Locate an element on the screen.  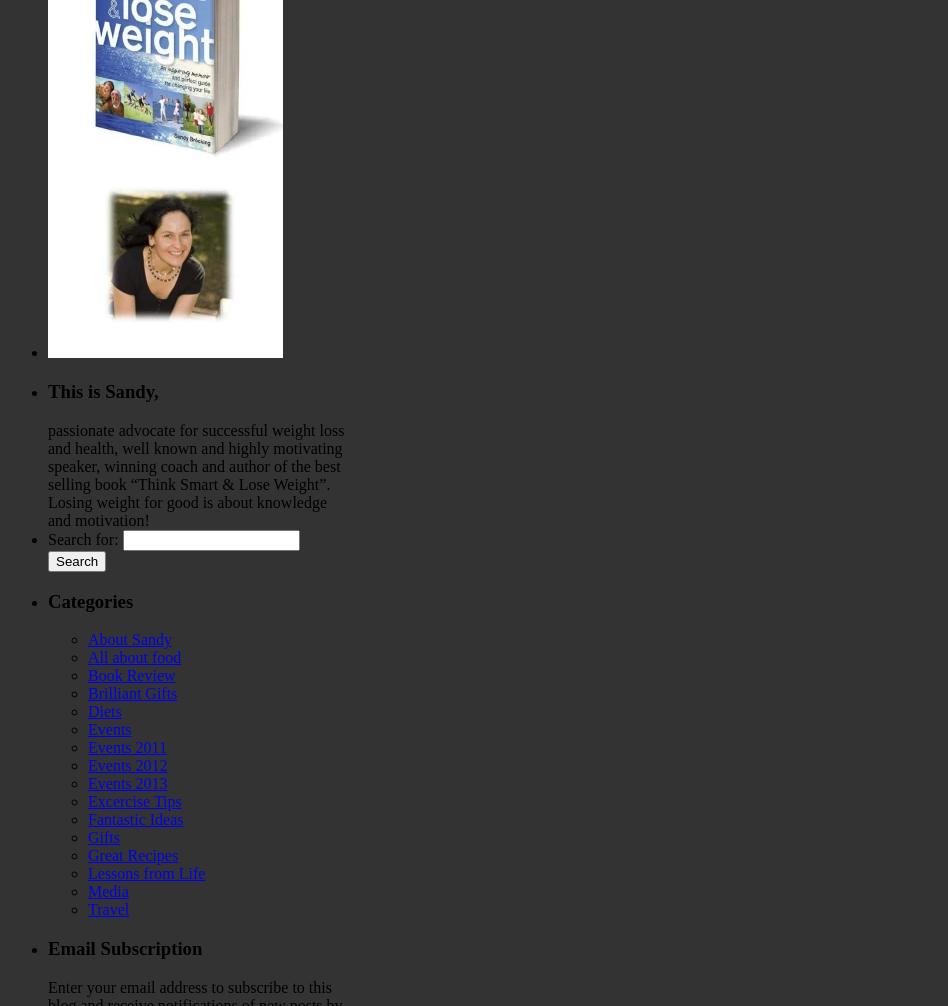
'Search for:' is located at coordinates (83, 538).